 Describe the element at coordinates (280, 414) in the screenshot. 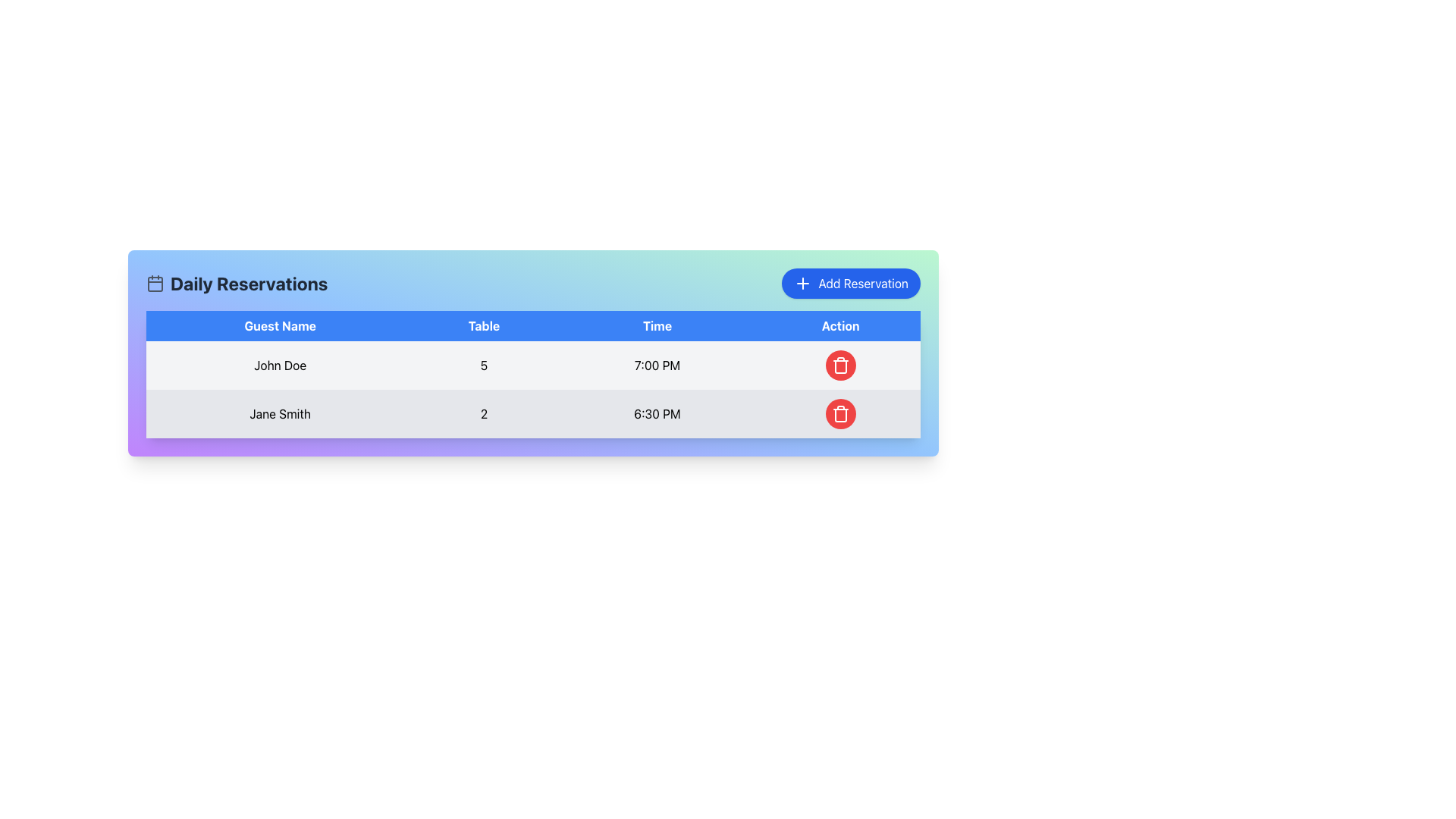

I see `the text label displaying 'Jane Smith' which is located in the 'Guest Name' column of the second row under the header row in a structured table layout` at that location.